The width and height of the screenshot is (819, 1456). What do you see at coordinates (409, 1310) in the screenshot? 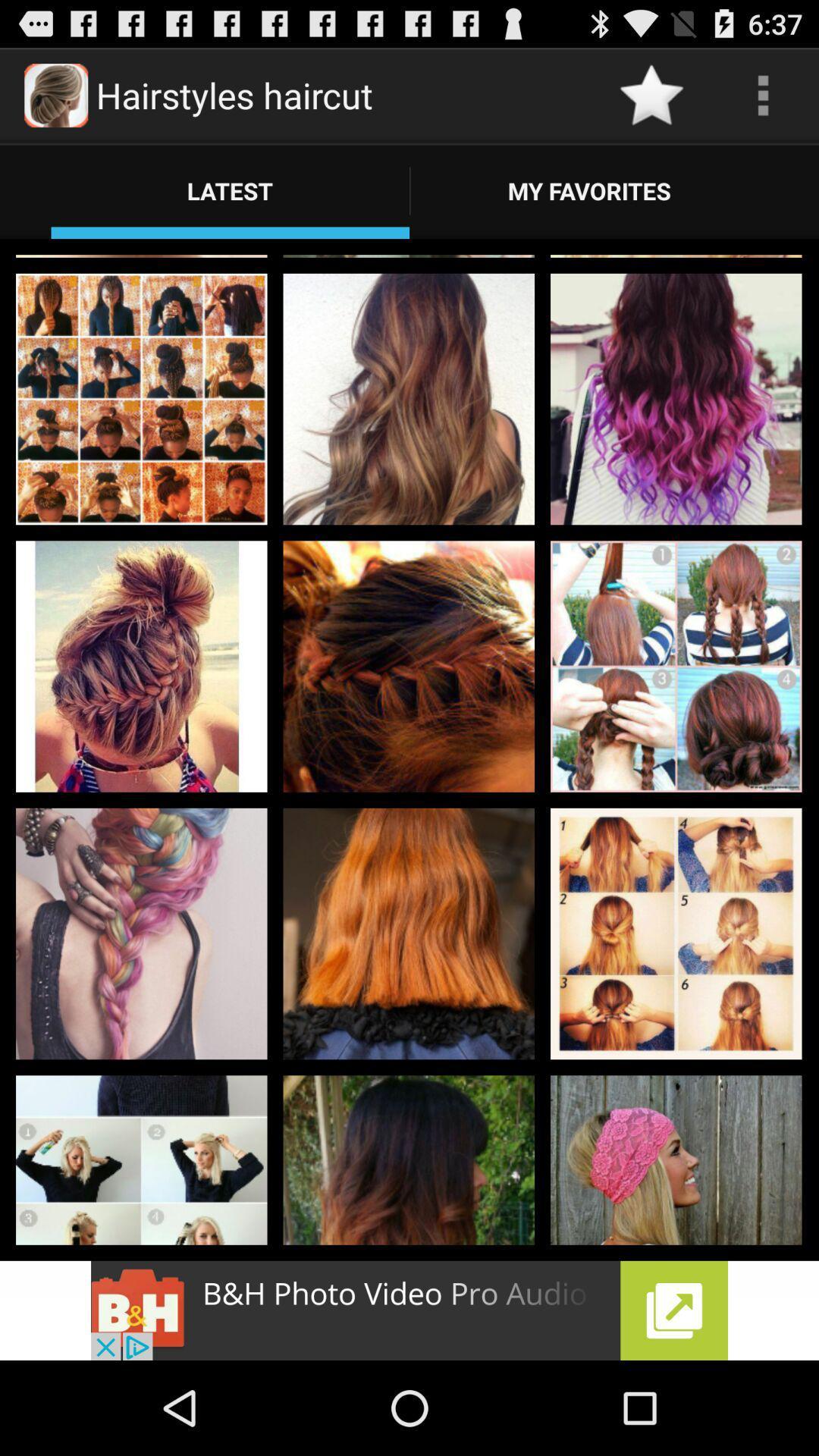
I see `b h photo video` at bounding box center [409, 1310].